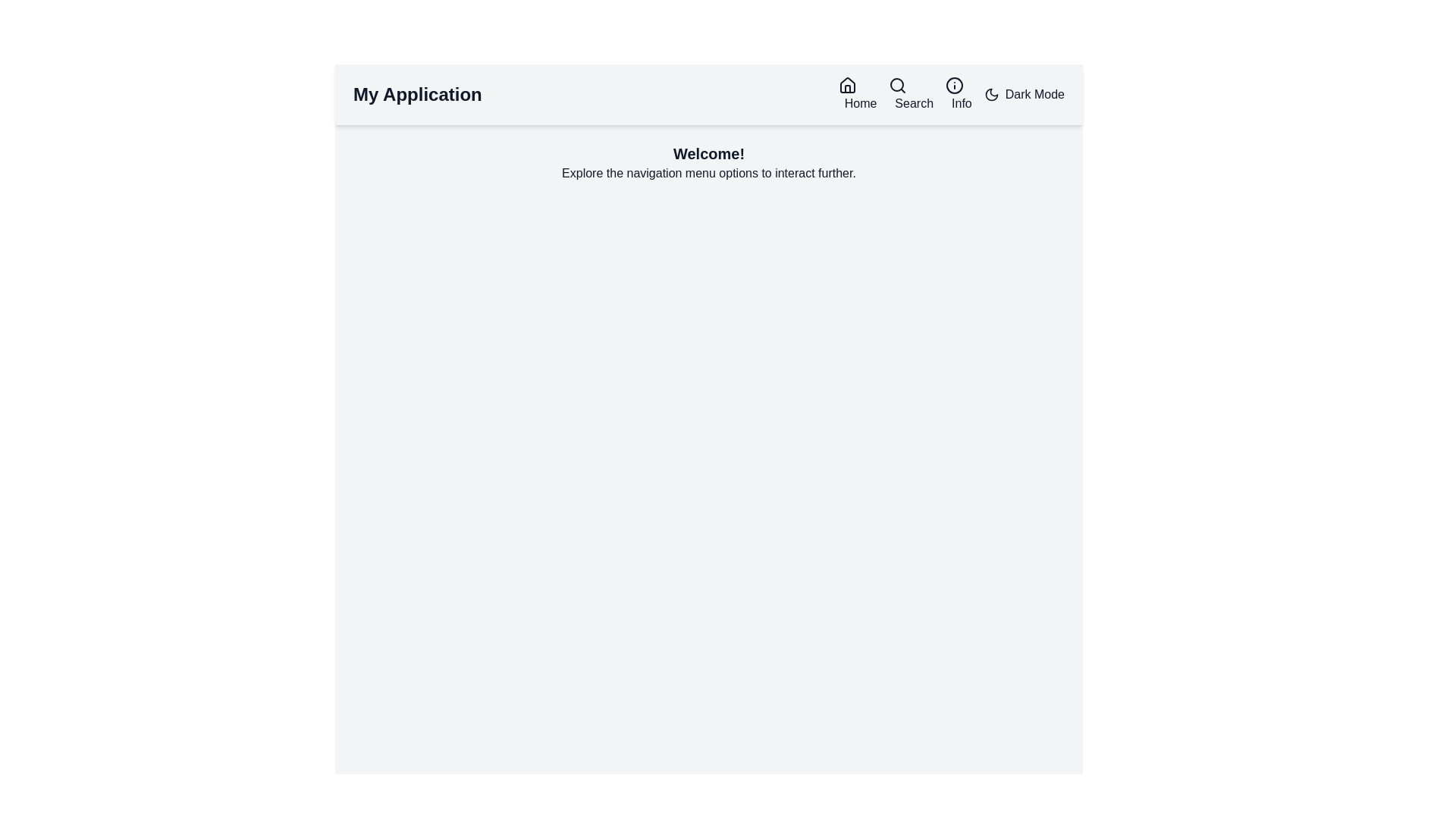  Describe the element at coordinates (708, 154) in the screenshot. I see `text label that displays 'Welcome!' which is a bolded, large text located near the top center of the page` at that location.